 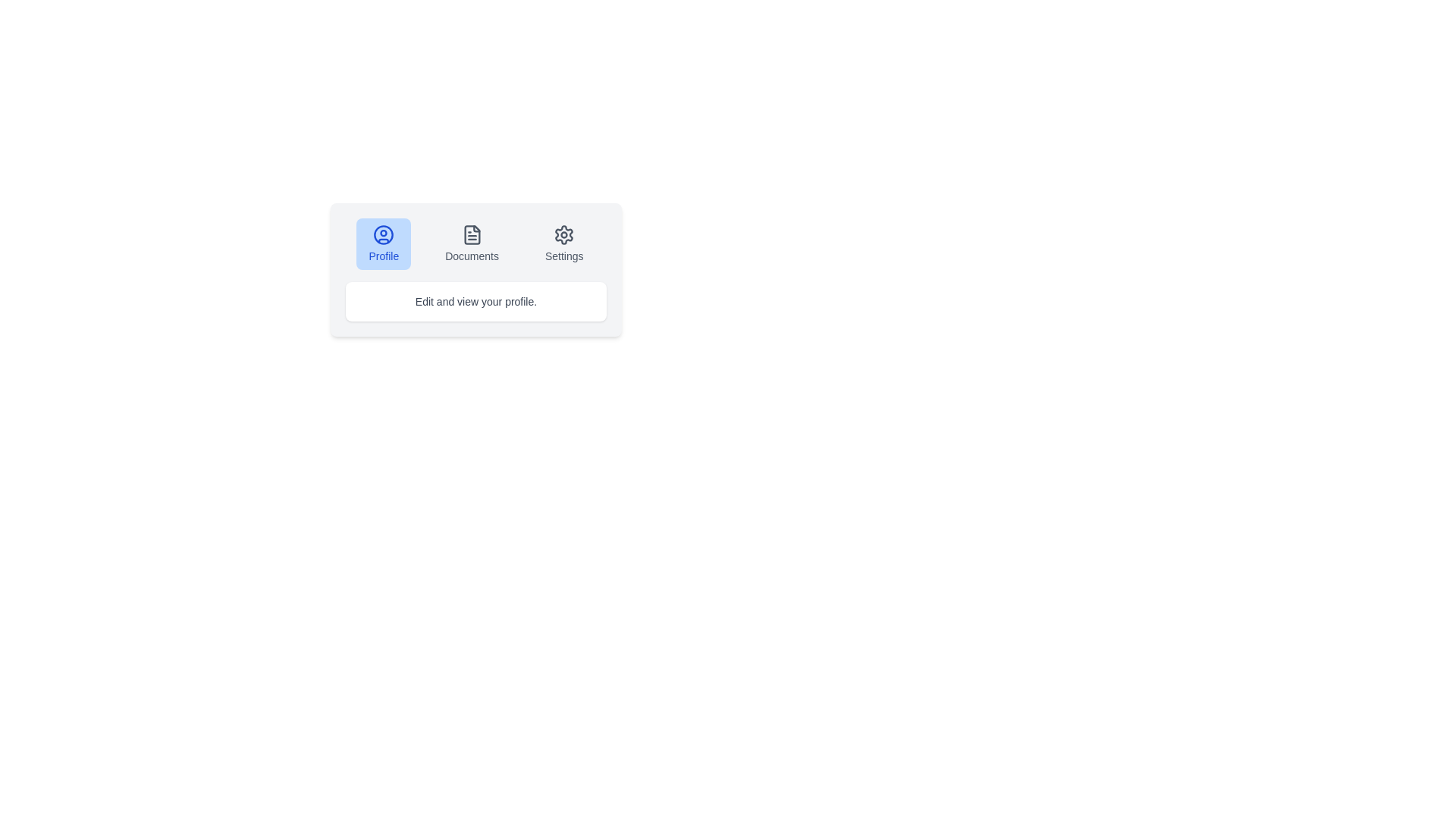 What do you see at coordinates (471, 234) in the screenshot?
I see `the document icon, which is a minimalist outlined vector design depicting a paper with a folded corner` at bounding box center [471, 234].